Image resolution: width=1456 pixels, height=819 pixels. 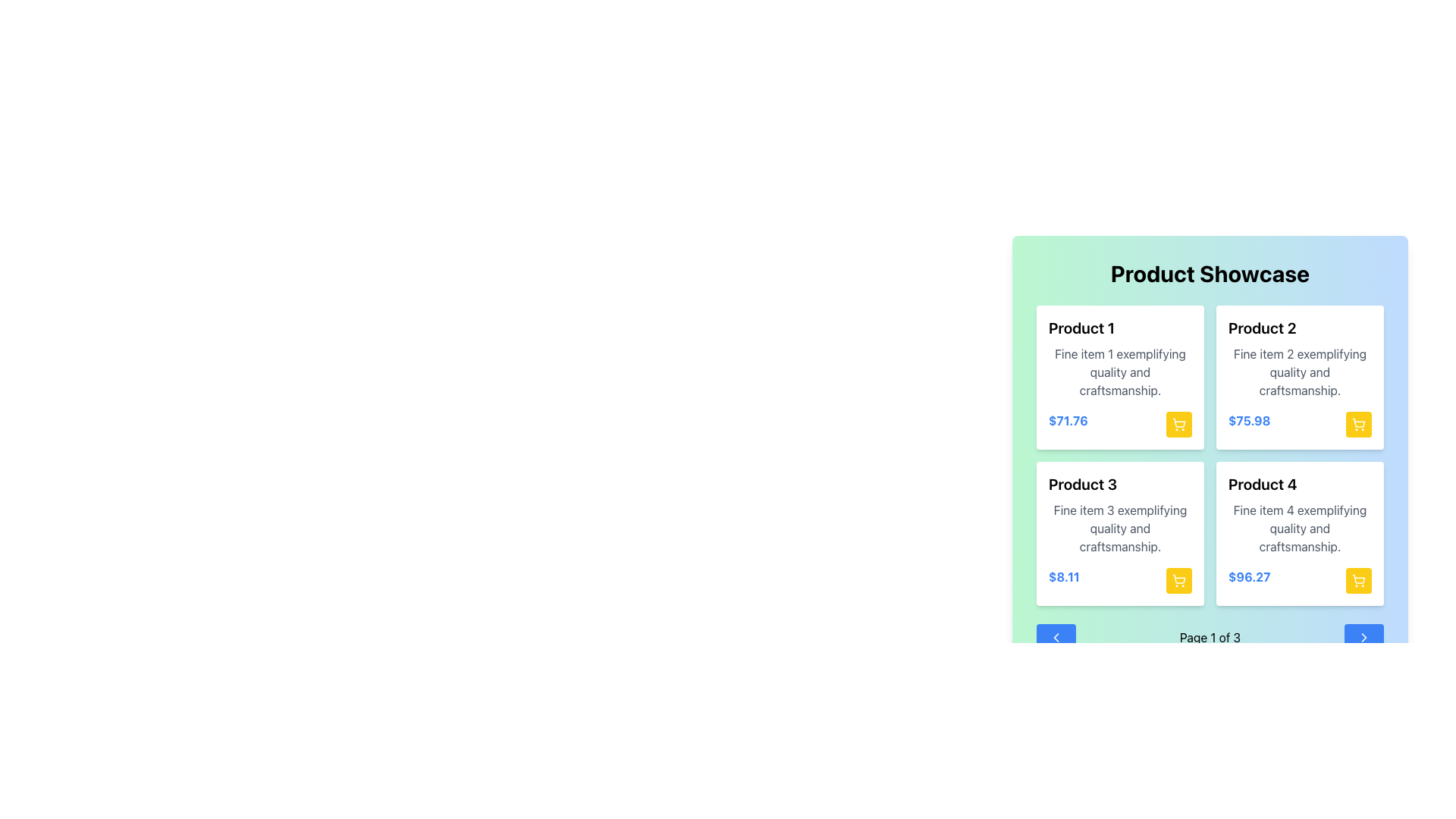 I want to click on the yellow rounded rectangle button with a shopping cart icon located in the second column of the top row in the grid layout, next to the price label '$71.76' and under 'Product 1', so click(x=1178, y=424).